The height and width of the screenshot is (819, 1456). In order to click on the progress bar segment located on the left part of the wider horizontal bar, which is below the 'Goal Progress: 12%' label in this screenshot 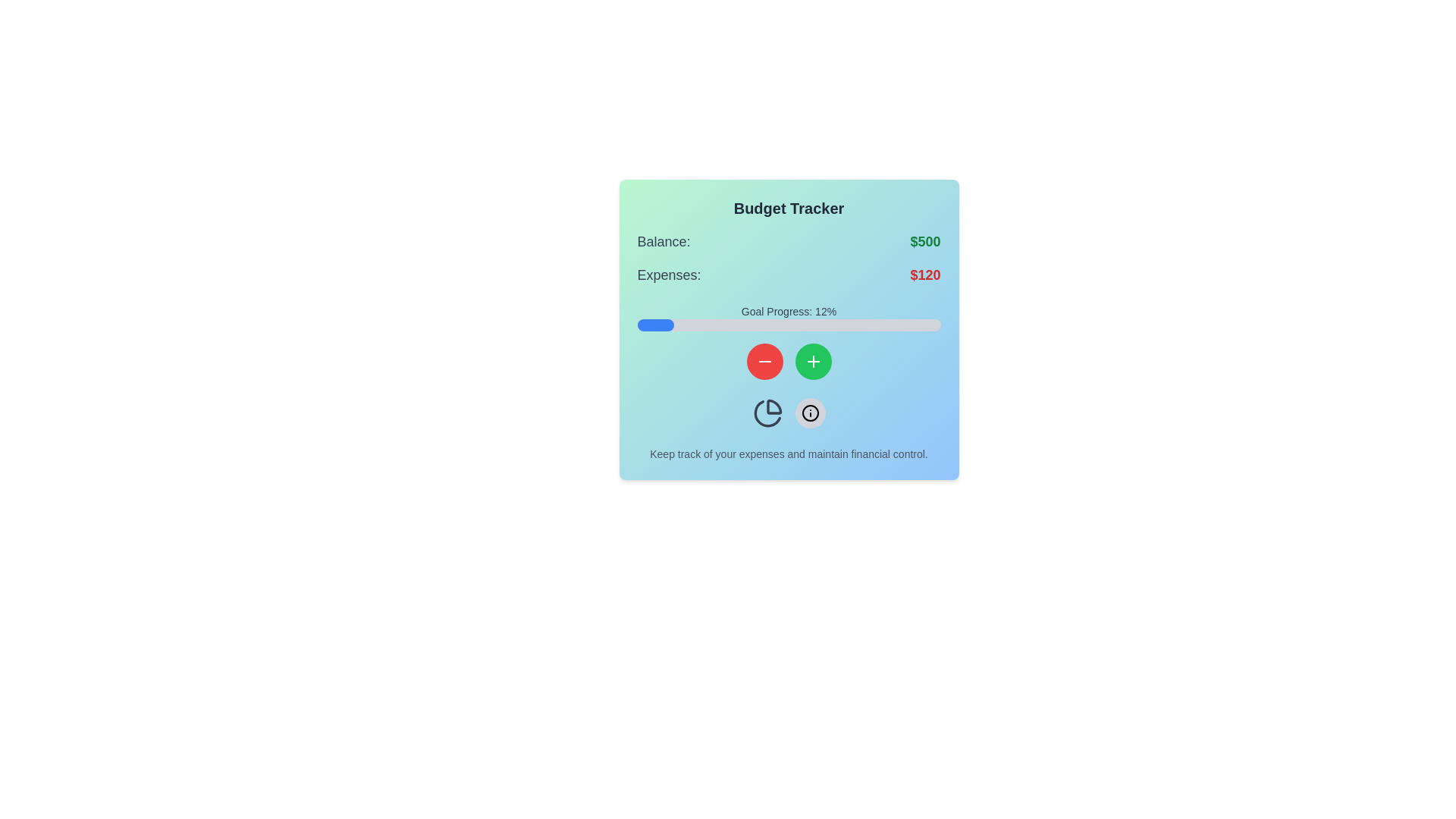, I will do `click(655, 324)`.